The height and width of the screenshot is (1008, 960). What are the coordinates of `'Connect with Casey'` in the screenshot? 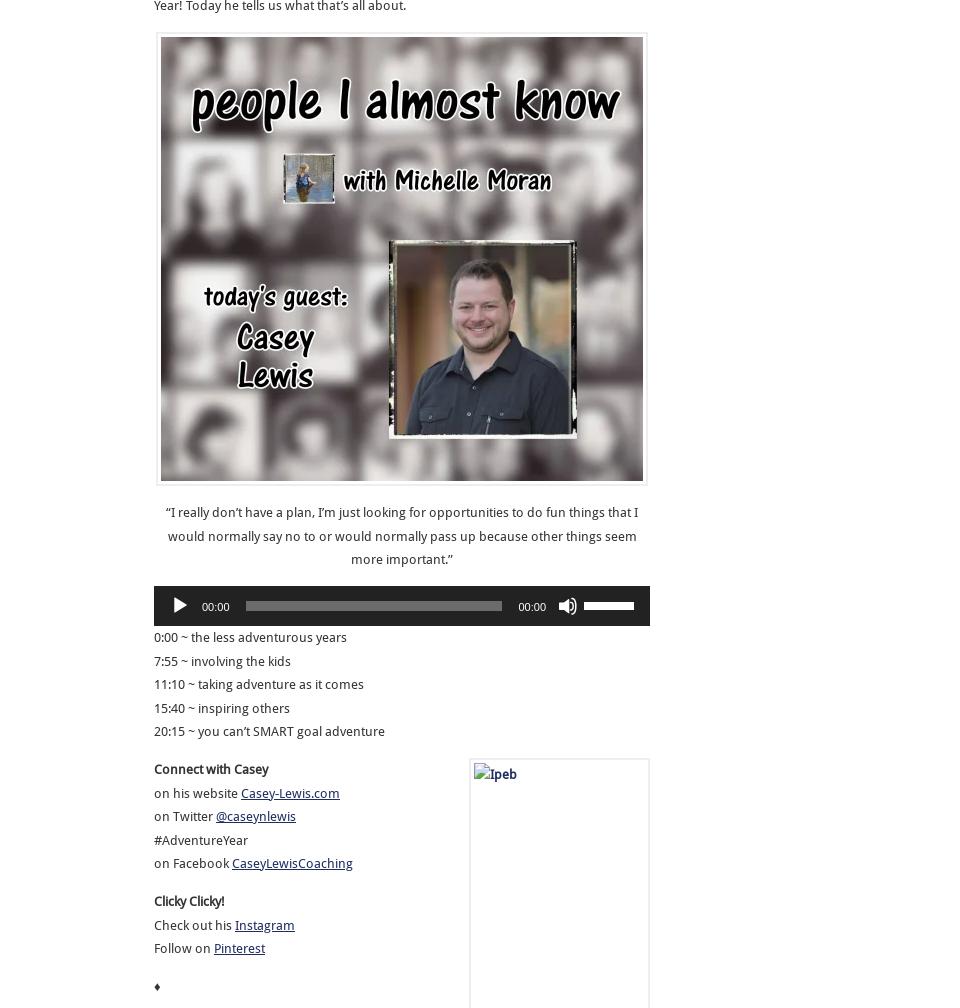 It's located at (211, 769).